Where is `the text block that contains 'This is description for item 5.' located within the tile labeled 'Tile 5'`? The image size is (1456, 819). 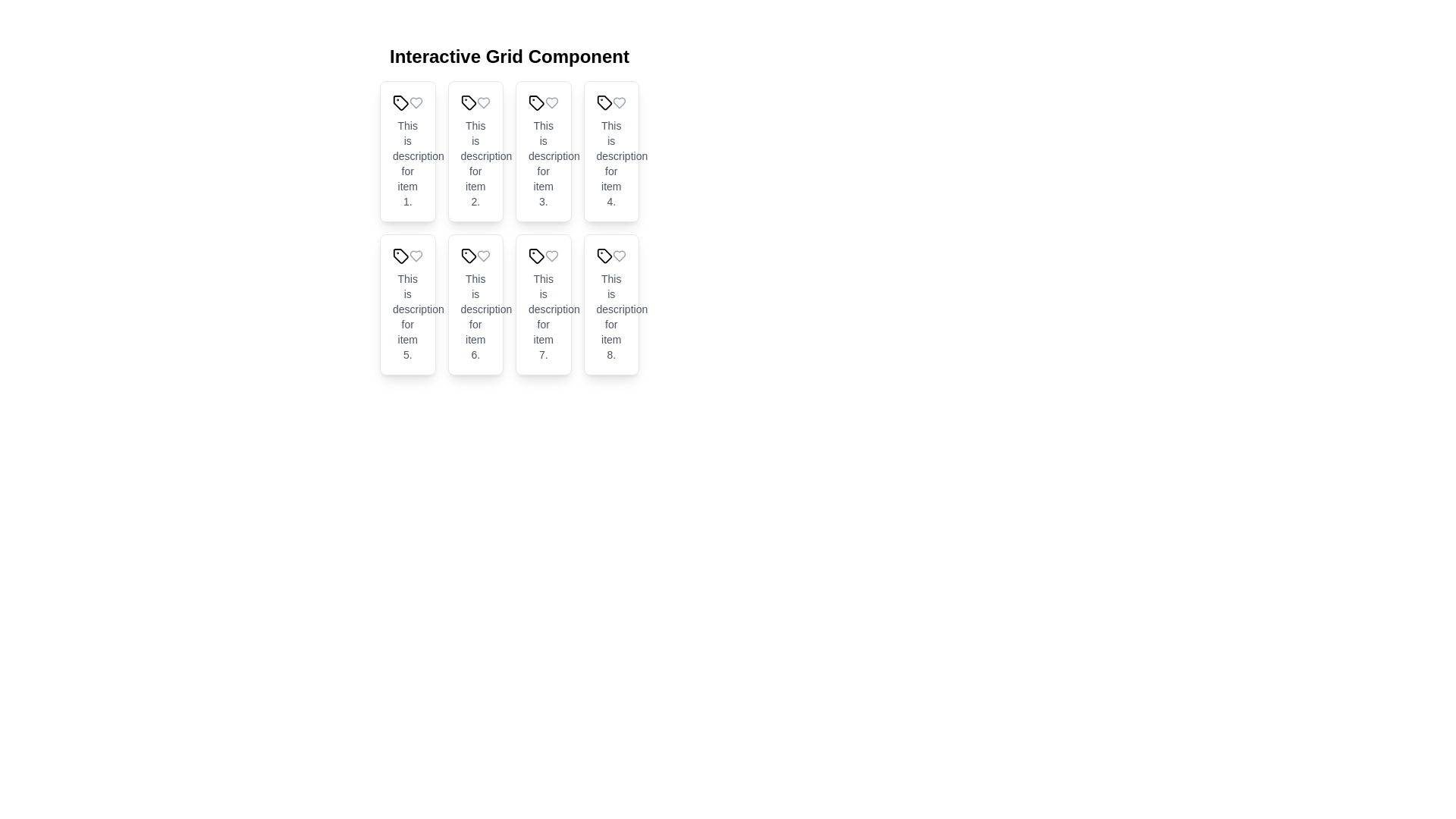 the text block that contains 'This is description for item 5.' located within the tile labeled 'Tile 5' is located at coordinates (407, 315).